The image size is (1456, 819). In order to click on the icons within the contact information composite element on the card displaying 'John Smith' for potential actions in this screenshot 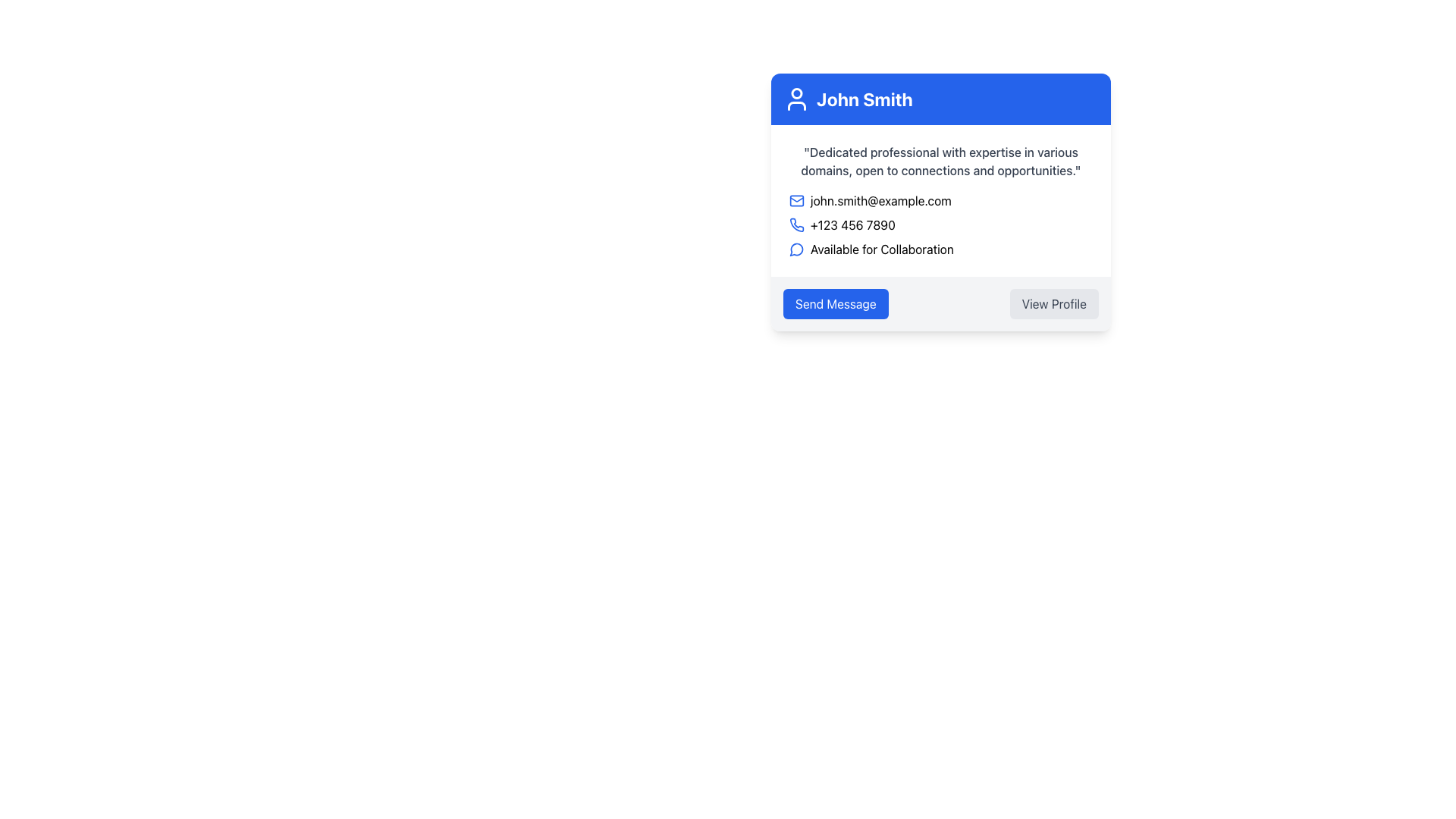, I will do `click(940, 225)`.